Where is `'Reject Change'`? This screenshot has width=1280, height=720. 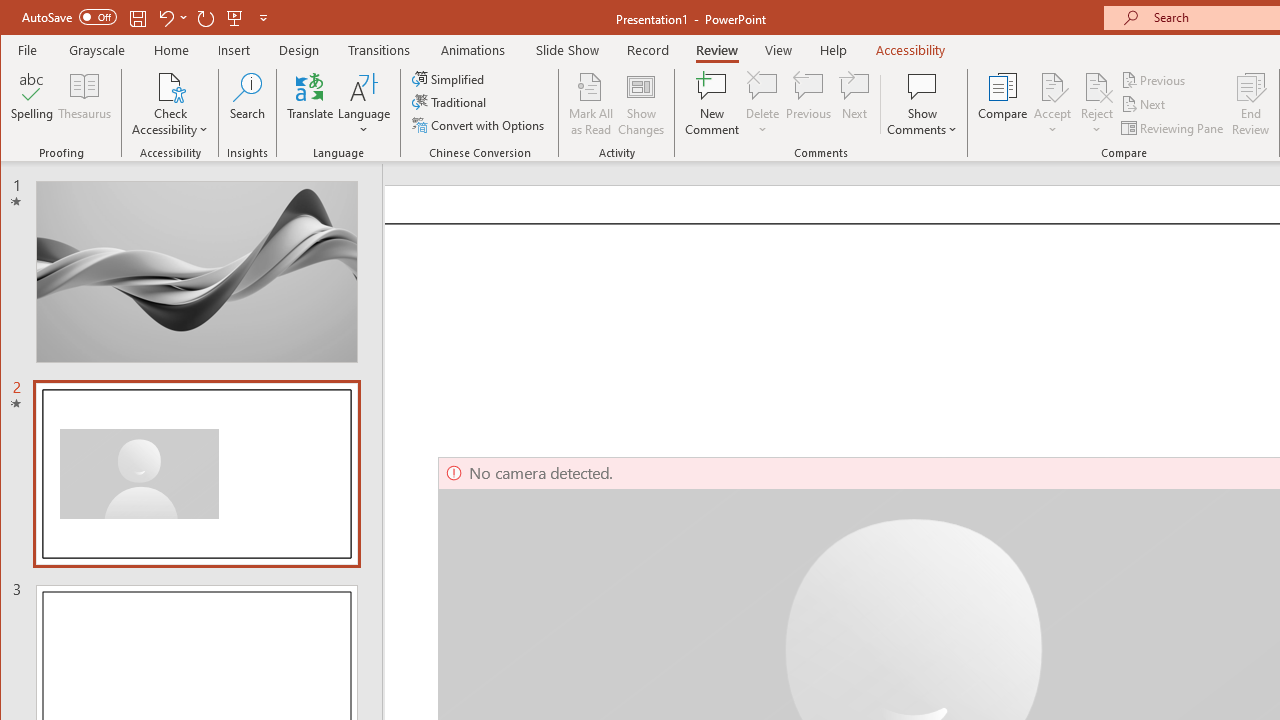
'Reject Change' is located at coordinates (1095, 85).